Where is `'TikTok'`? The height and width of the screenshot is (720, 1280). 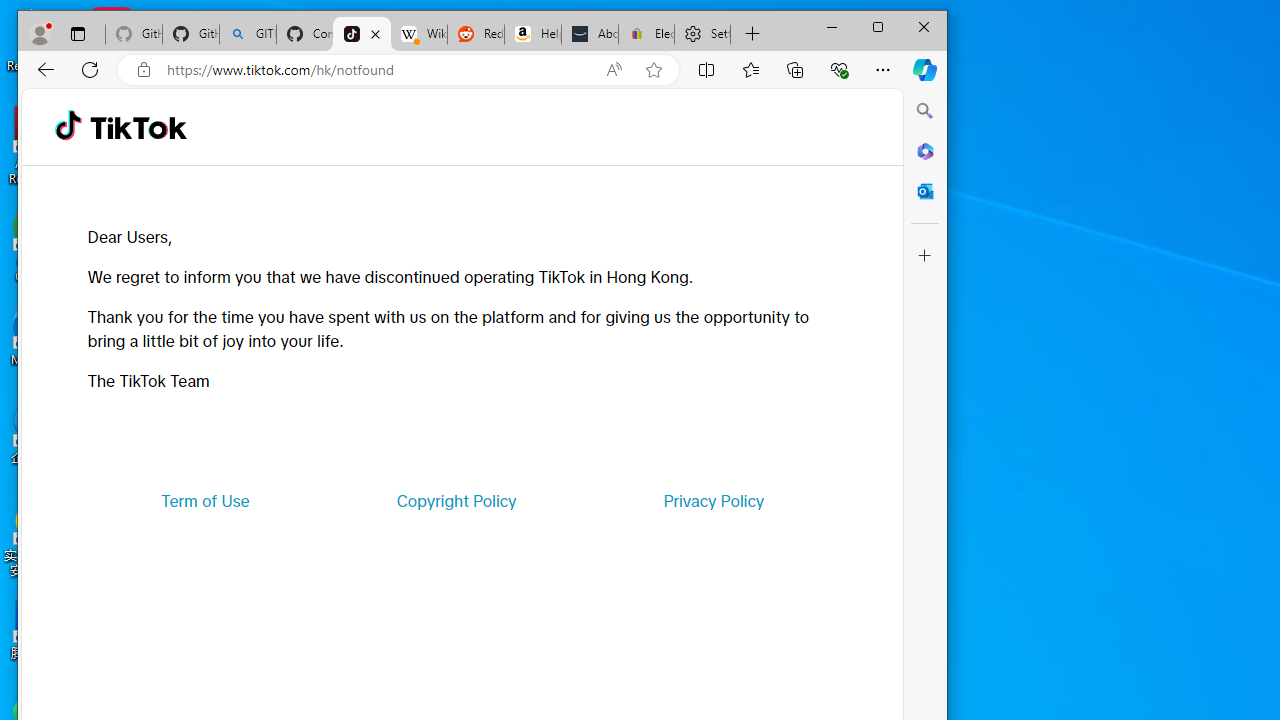 'TikTok' is located at coordinates (362, 34).